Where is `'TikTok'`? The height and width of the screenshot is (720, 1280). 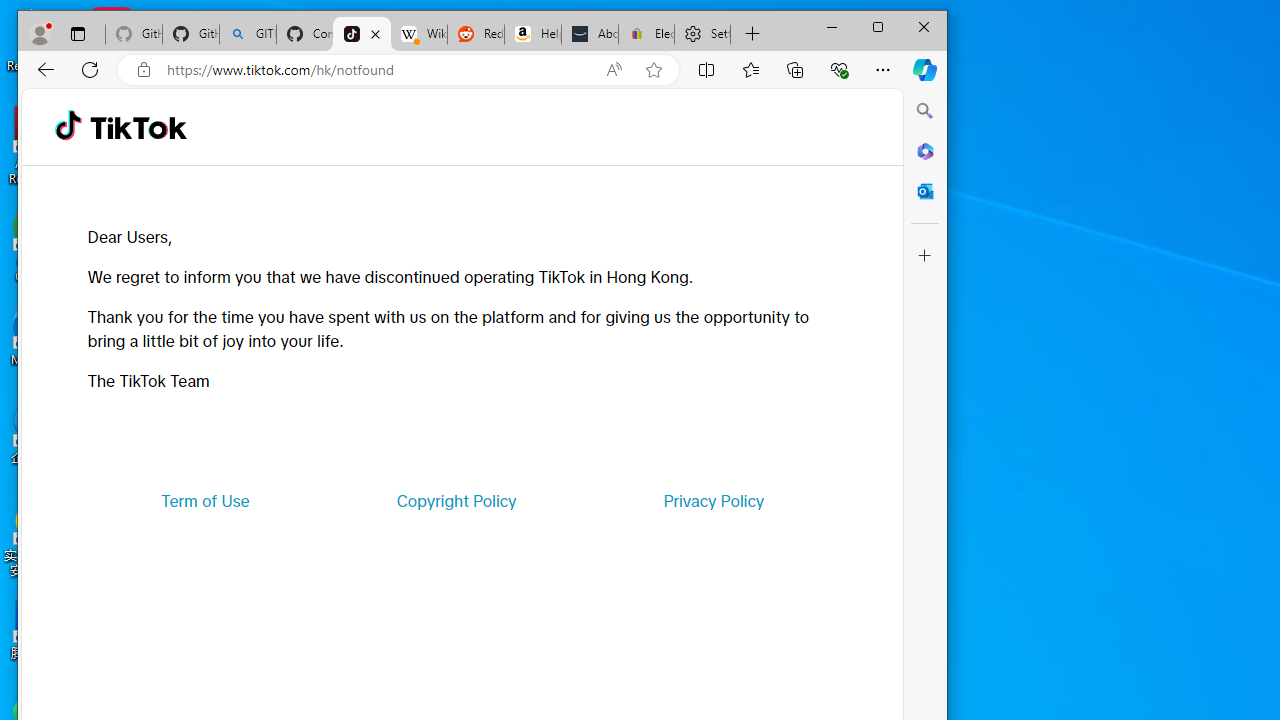 'TikTok' is located at coordinates (362, 34).